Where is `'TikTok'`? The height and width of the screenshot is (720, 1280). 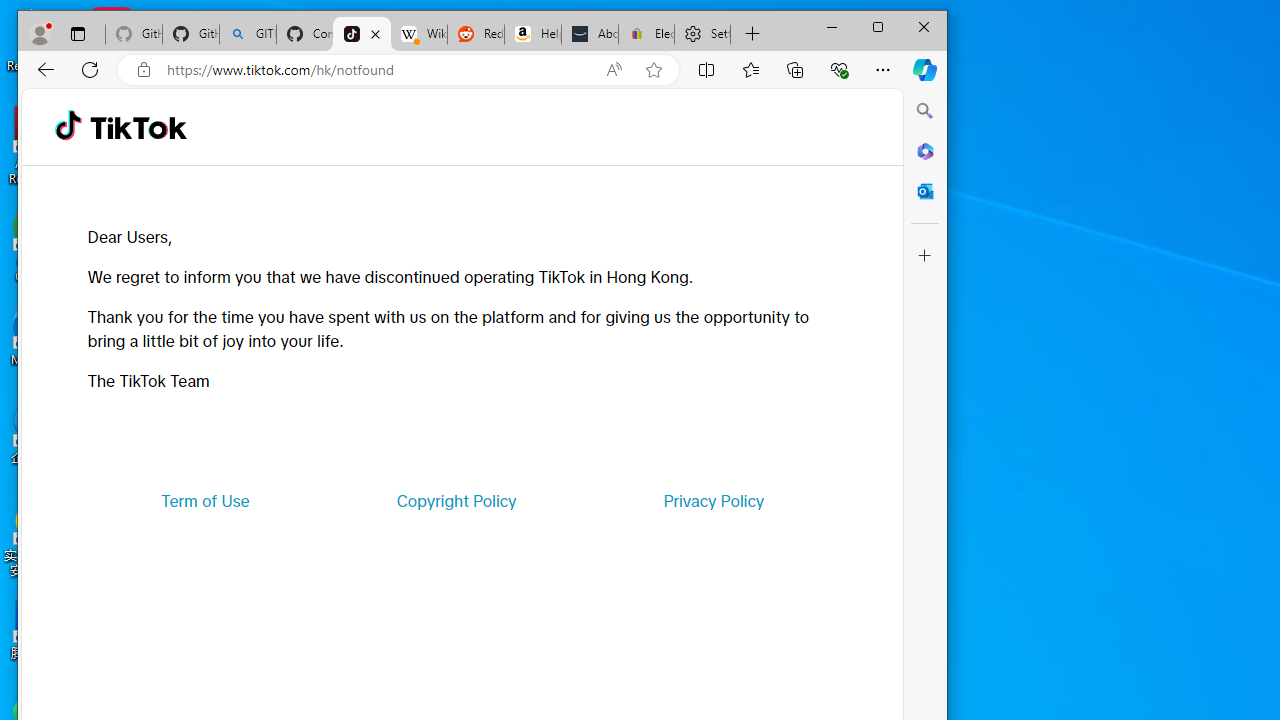 'TikTok' is located at coordinates (362, 34).